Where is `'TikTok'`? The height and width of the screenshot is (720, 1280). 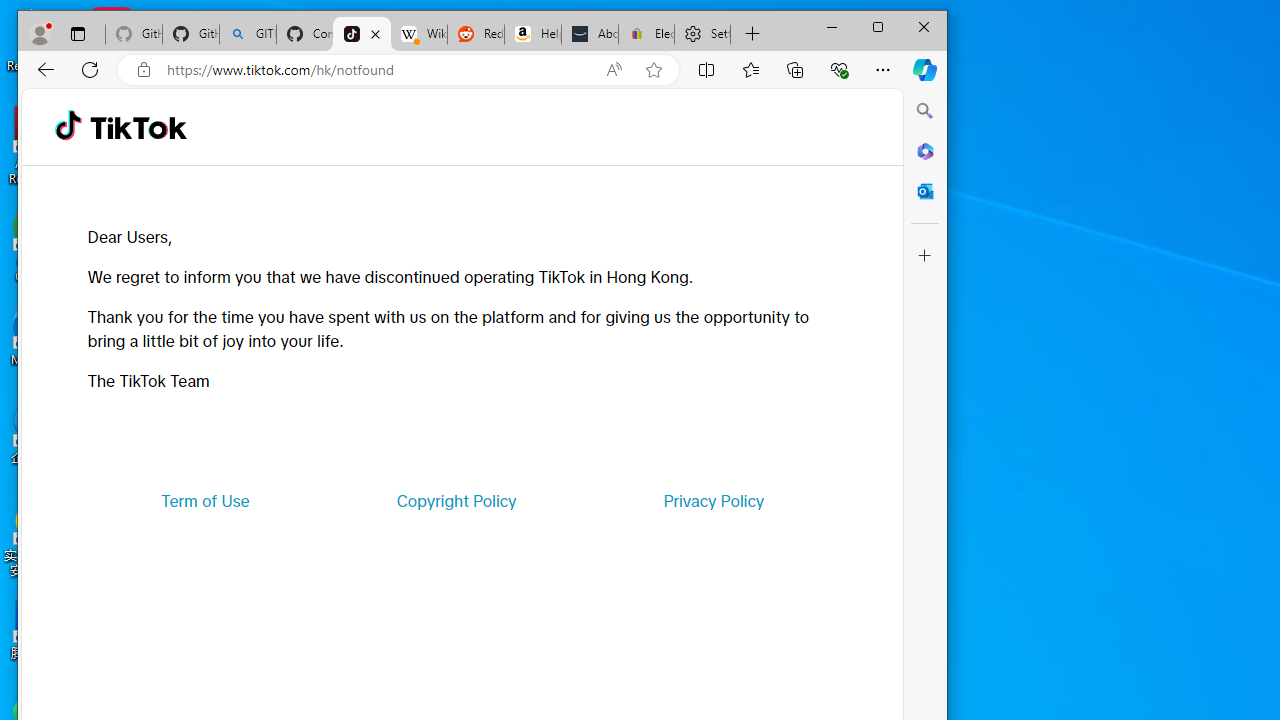 'TikTok' is located at coordinates (362, 34).